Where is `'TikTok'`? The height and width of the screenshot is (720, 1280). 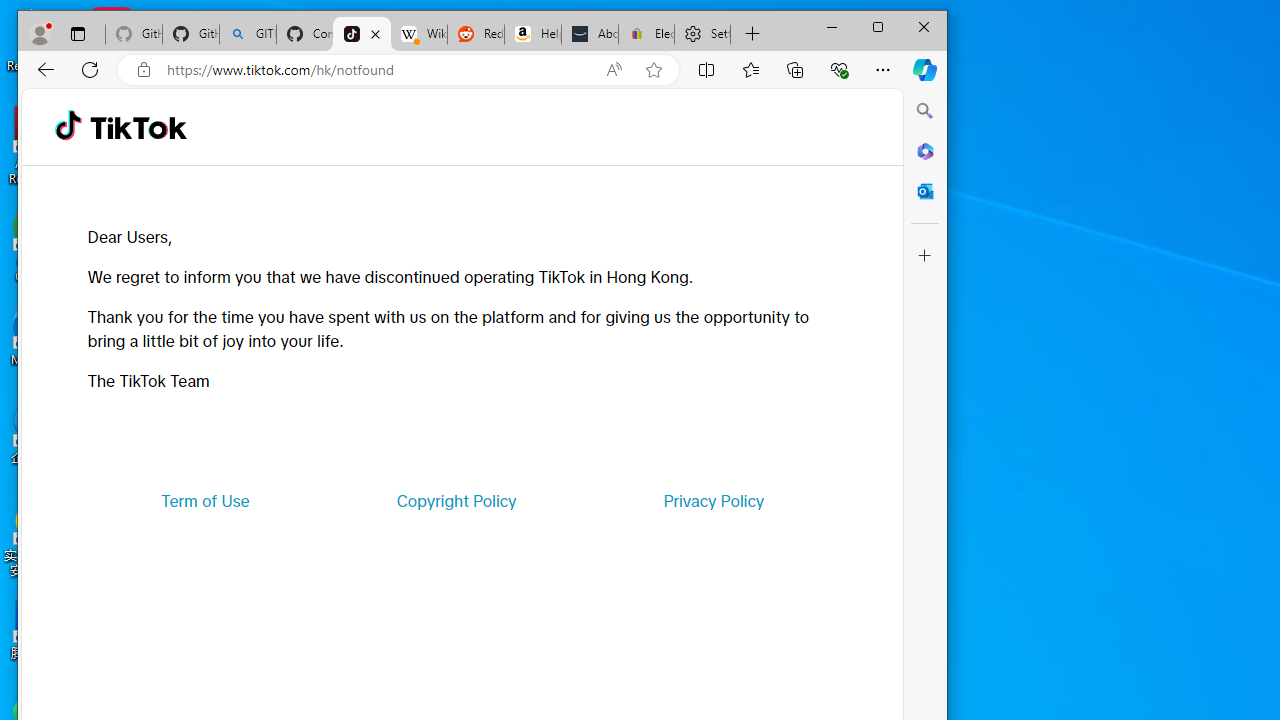 'TikTok' is located at coordinates (362, 34).